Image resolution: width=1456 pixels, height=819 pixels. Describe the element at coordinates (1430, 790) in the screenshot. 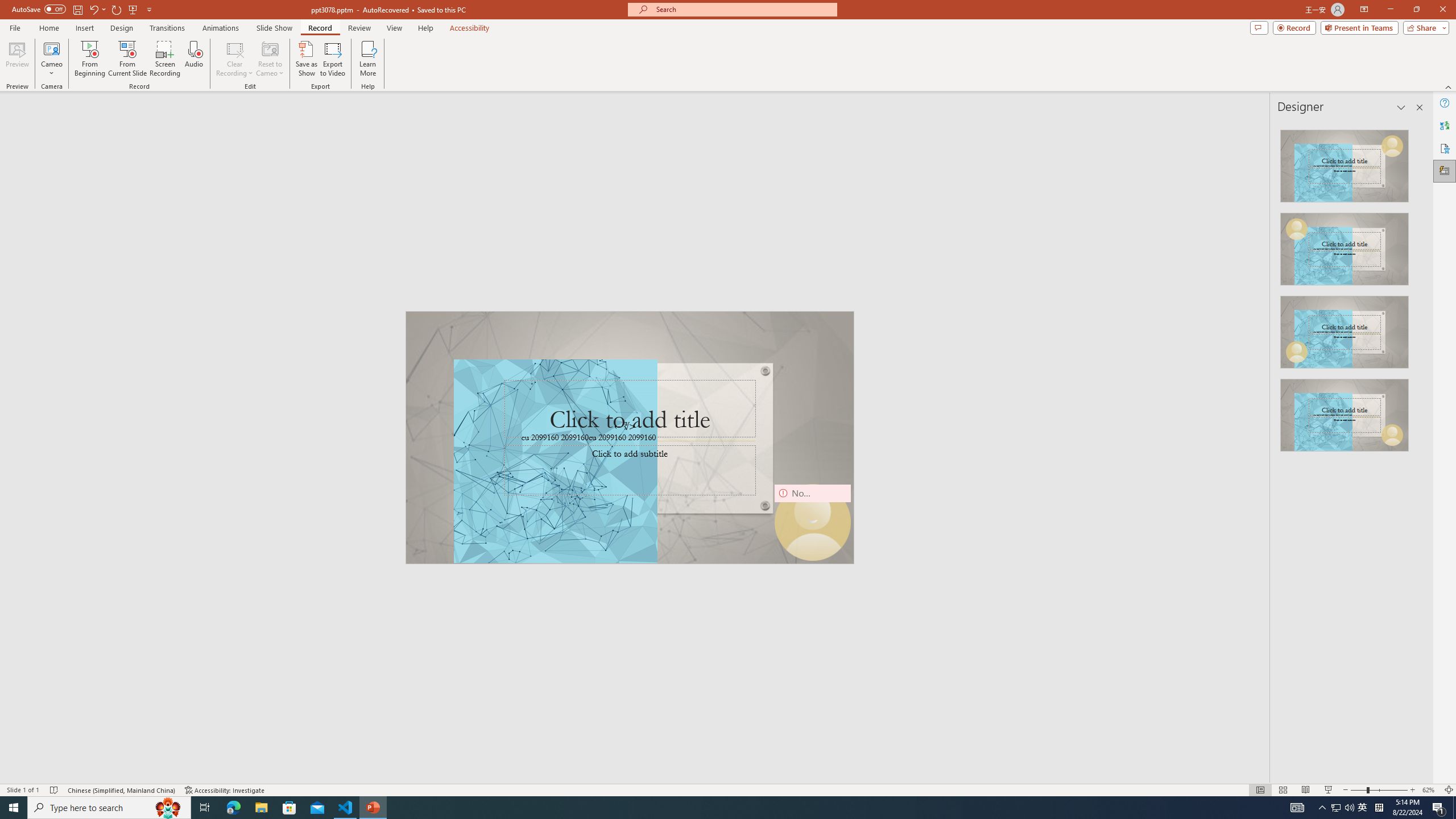

I see `'Zoom 62%'` at that location.